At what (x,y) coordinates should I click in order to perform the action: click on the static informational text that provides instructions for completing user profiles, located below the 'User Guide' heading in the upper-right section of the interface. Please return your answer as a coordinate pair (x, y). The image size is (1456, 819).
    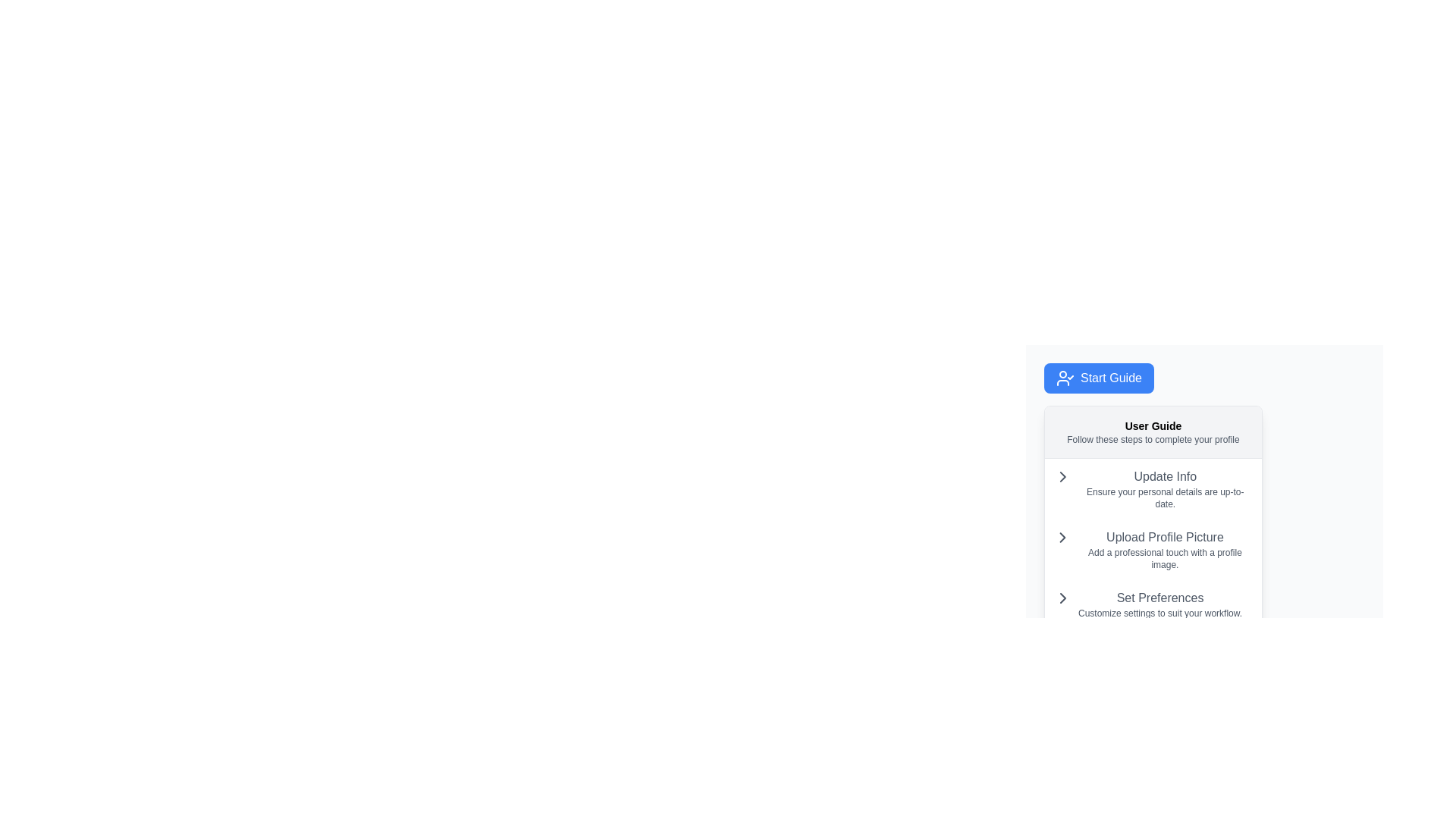
    Looking at the image, I should click on (1153, 439).